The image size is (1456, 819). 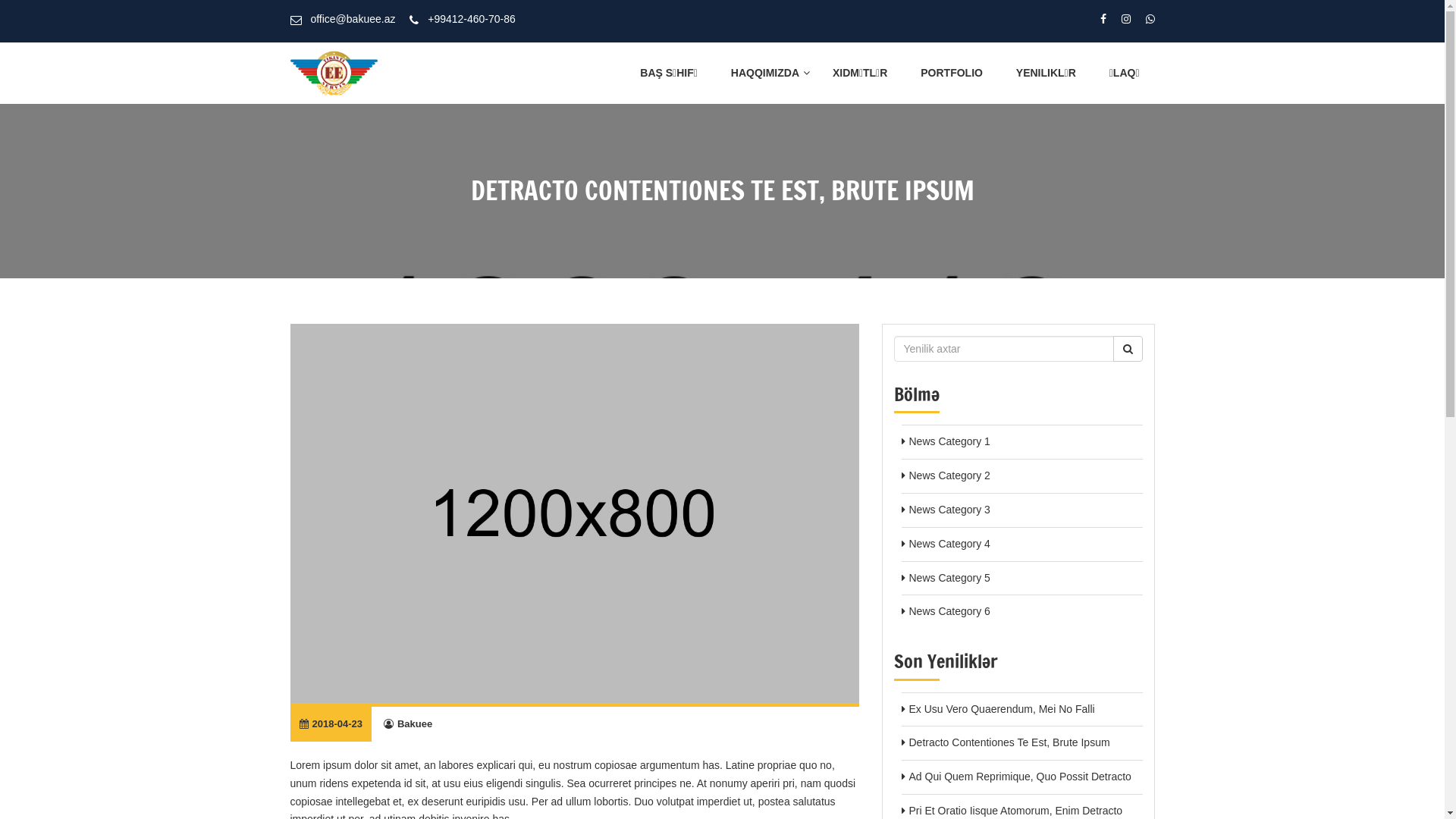 What do you see at coordinates (1001, 708) in the screenshot?
I see `'Ex Usu Vero Quaerendum, Mei No Falli'` at bounding box center [1001, 708].